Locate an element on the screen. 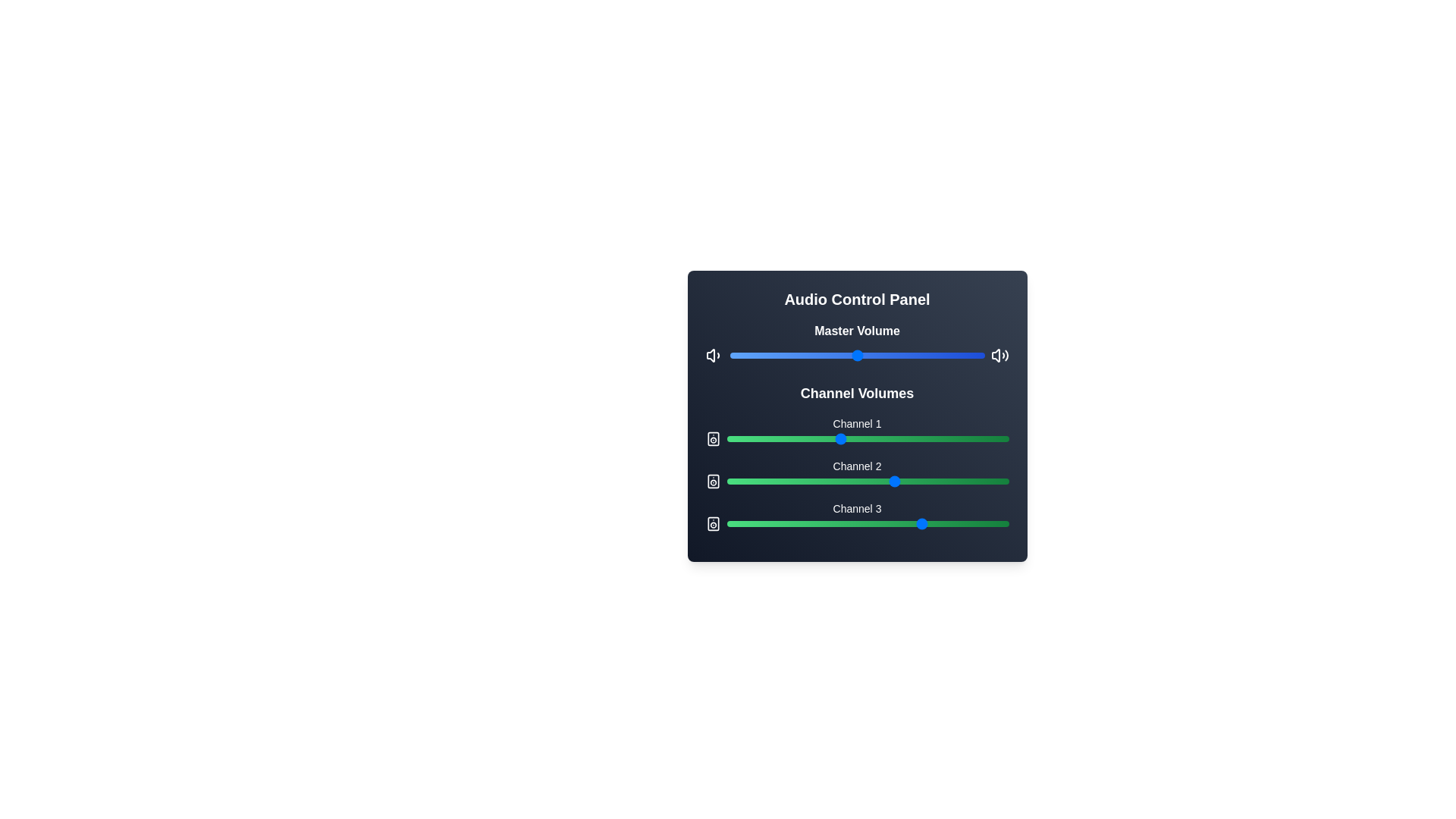  the text label reading 'Channel 3', which is styled with a small-sized font and medium weight, located beneath the 'Channel Volumes' heading and aligned with the volume slider for 'Channel 3' is located at coordinates (857, 509).